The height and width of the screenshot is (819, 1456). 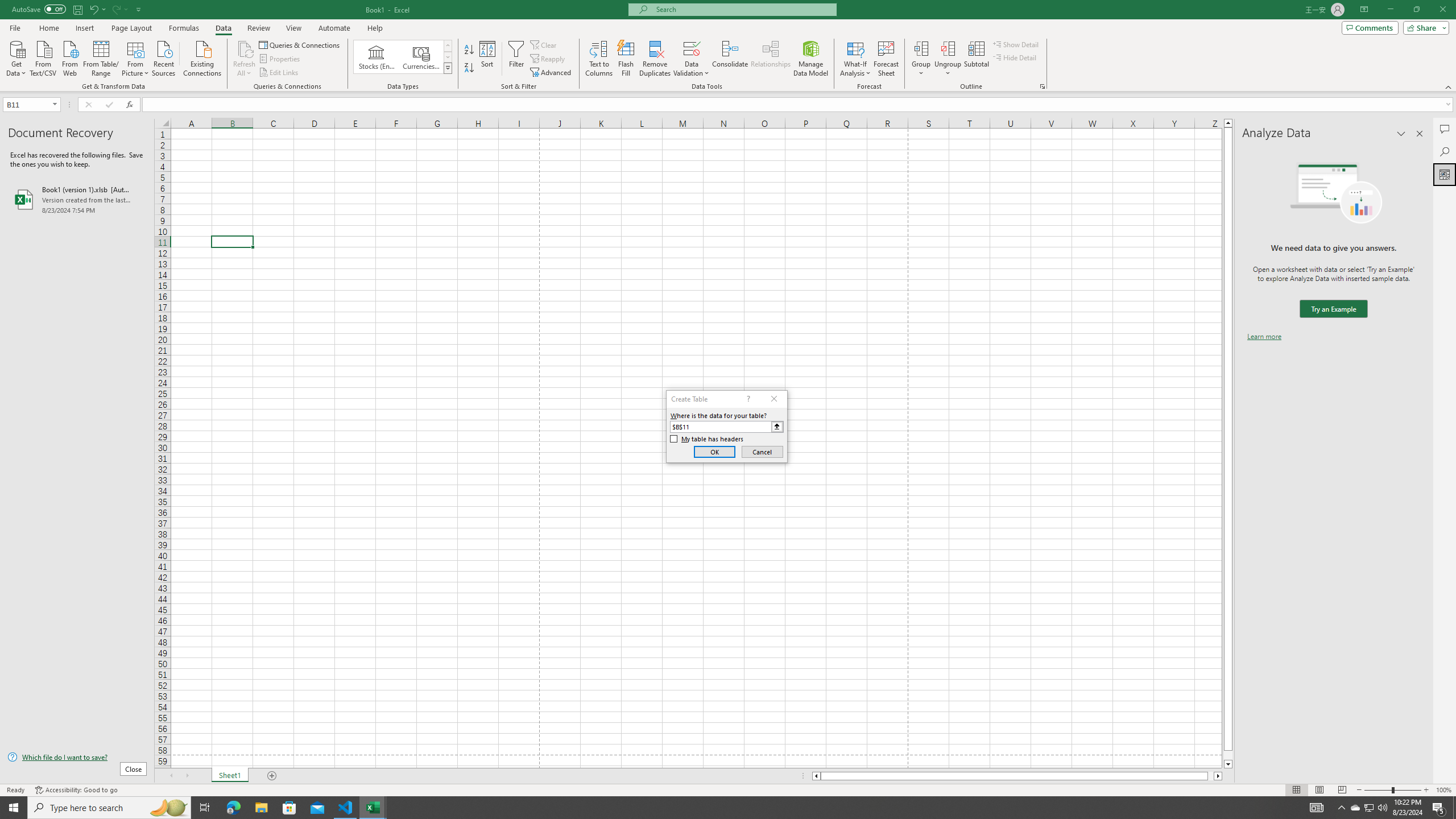 I want to click on 'Analyze Data', so click(x=1444, y=174).